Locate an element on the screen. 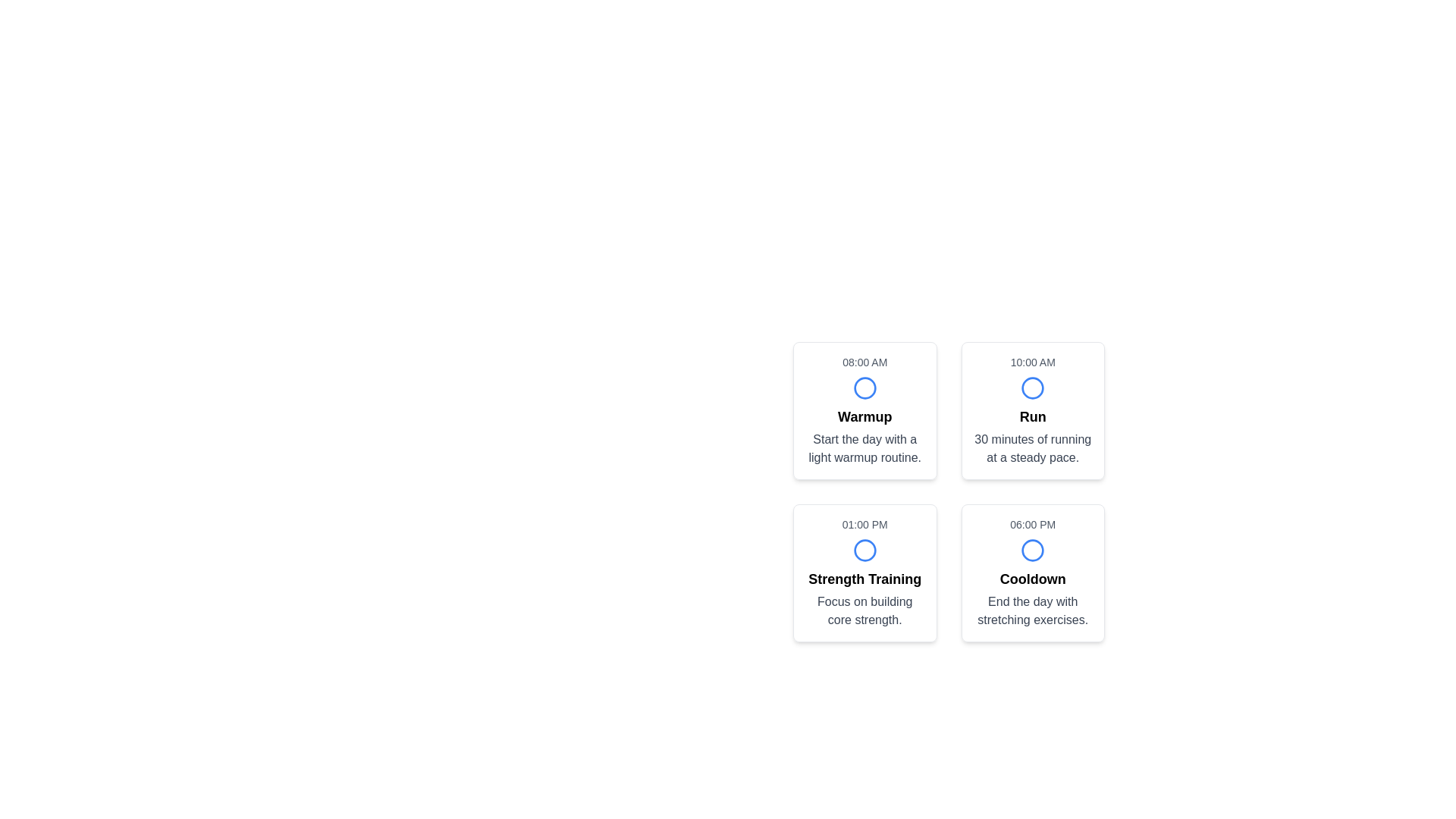  the third Informative card located in the bottom-left corner of the grid is located at coordinates (864, 573).